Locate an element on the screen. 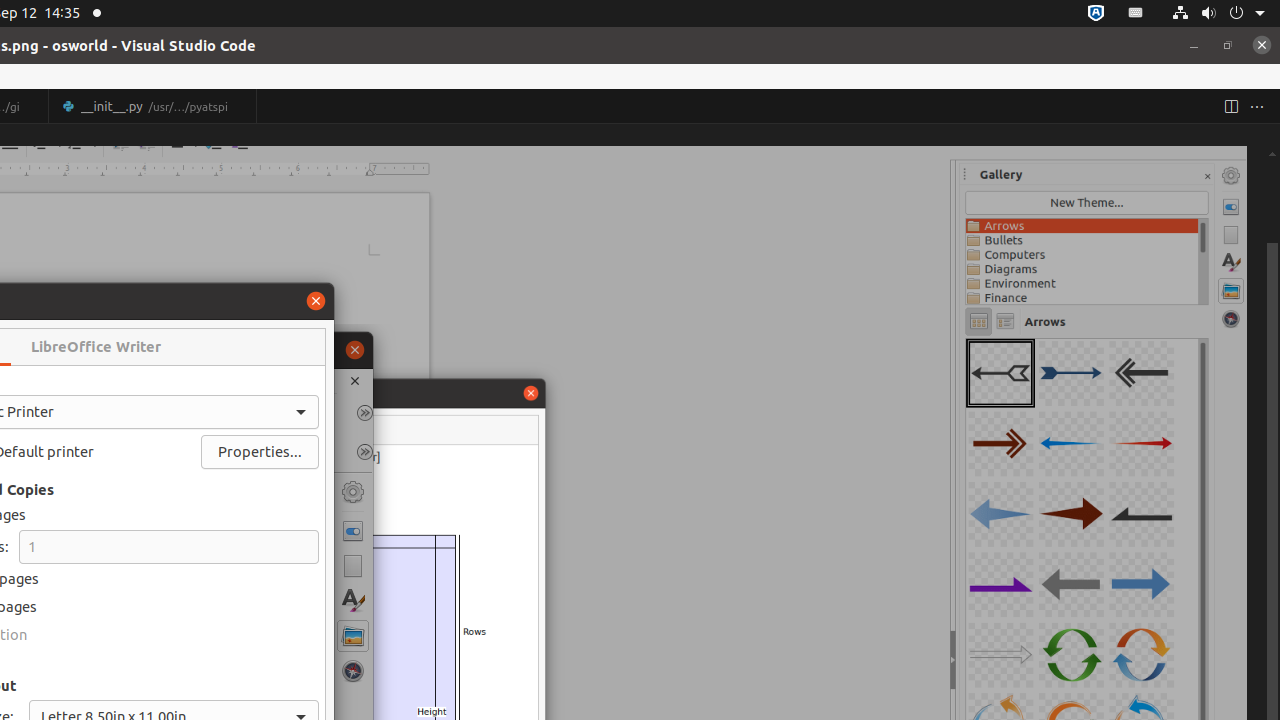  ':1.72/StatusNotifierItem' is located at coordinates (1094, 13).